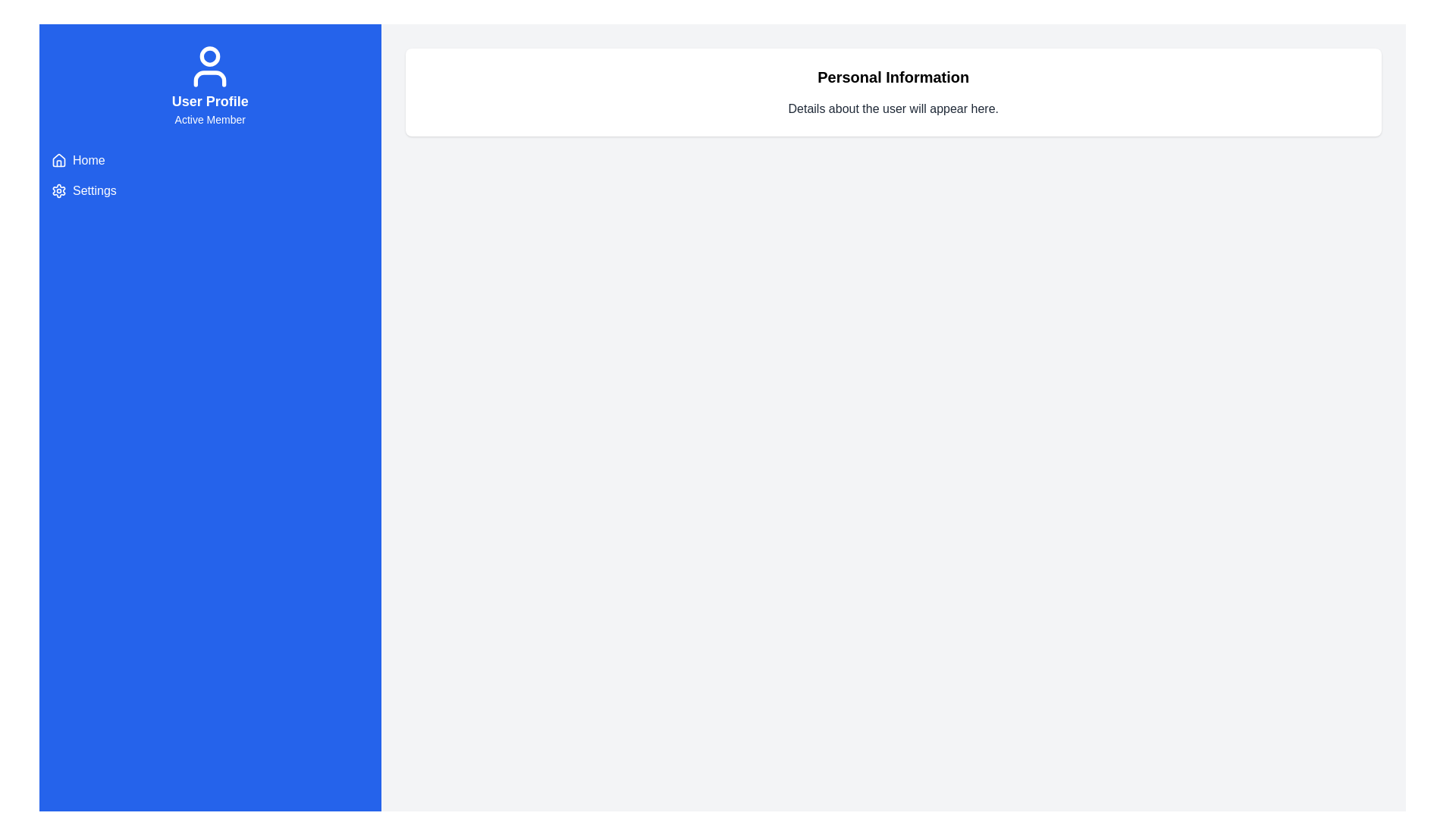 The width and height of the screenshot is (1456, 819). What do you see at coordinates (58, 190) in the screenshot?
I see `the 'Settings' icon in the navigation menu, which is located below the 'Home' icon and is the second item in the vertical stack of menu items on the left sidebar` at bounding box center [58, 190].